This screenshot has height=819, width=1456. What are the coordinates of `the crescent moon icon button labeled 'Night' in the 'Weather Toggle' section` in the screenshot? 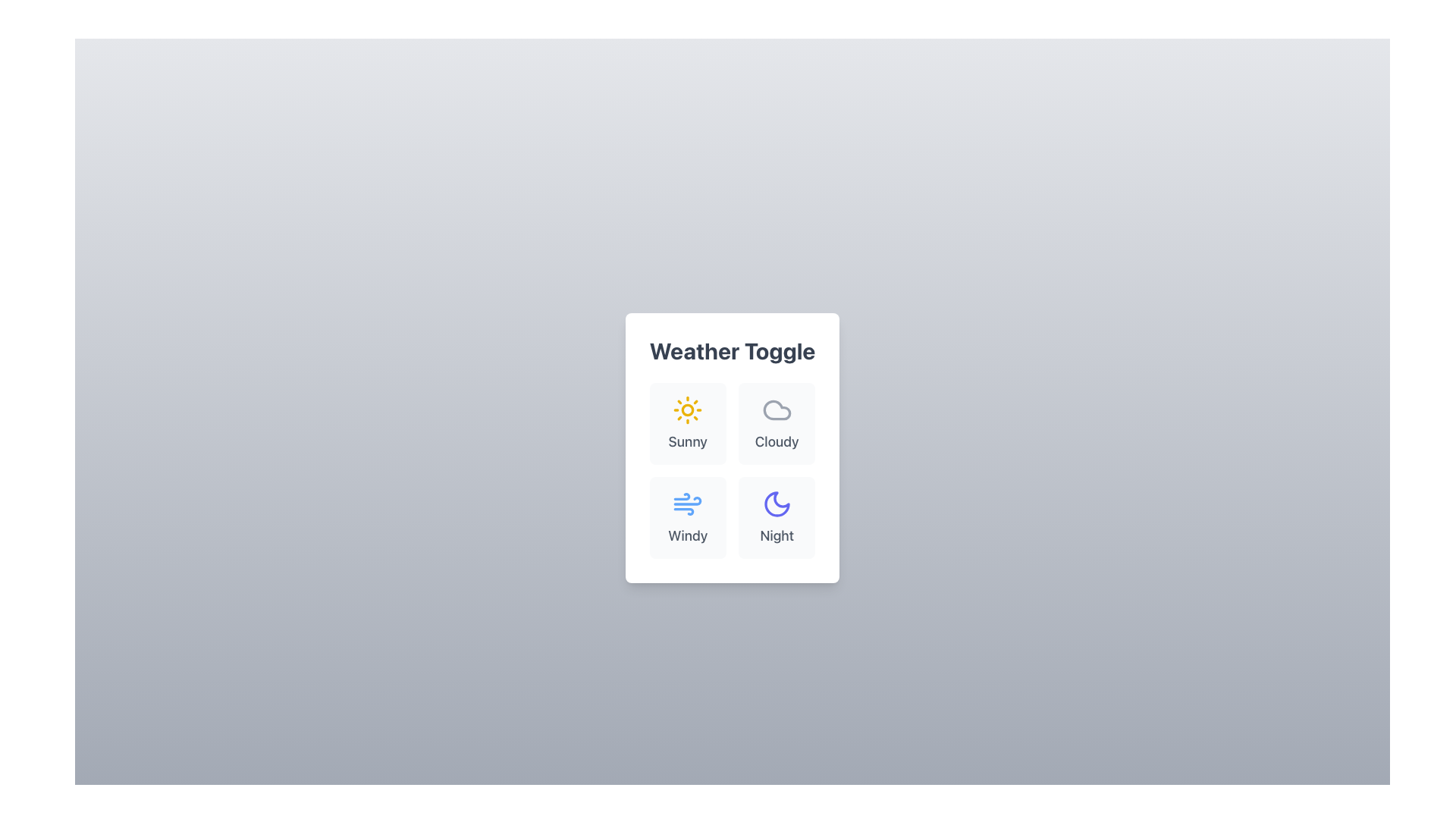 It's located at (777, 504).